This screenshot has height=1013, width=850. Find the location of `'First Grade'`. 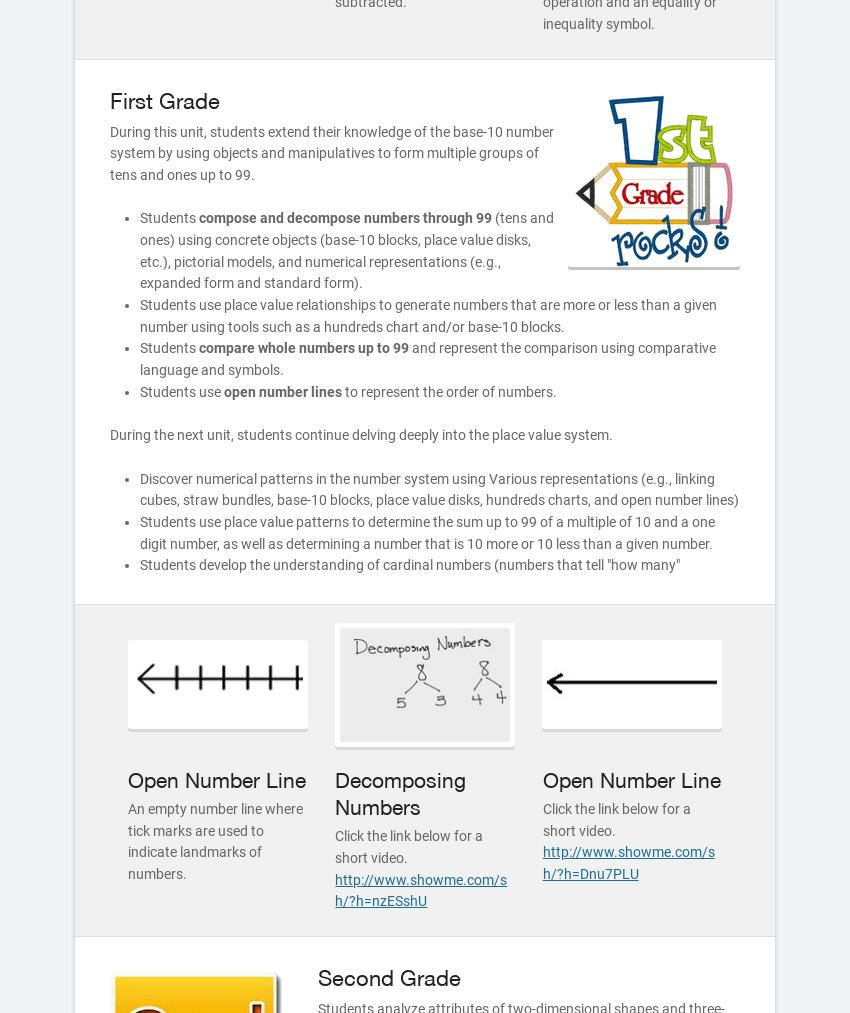

'First Grade' is located at coordinates (164, 98).